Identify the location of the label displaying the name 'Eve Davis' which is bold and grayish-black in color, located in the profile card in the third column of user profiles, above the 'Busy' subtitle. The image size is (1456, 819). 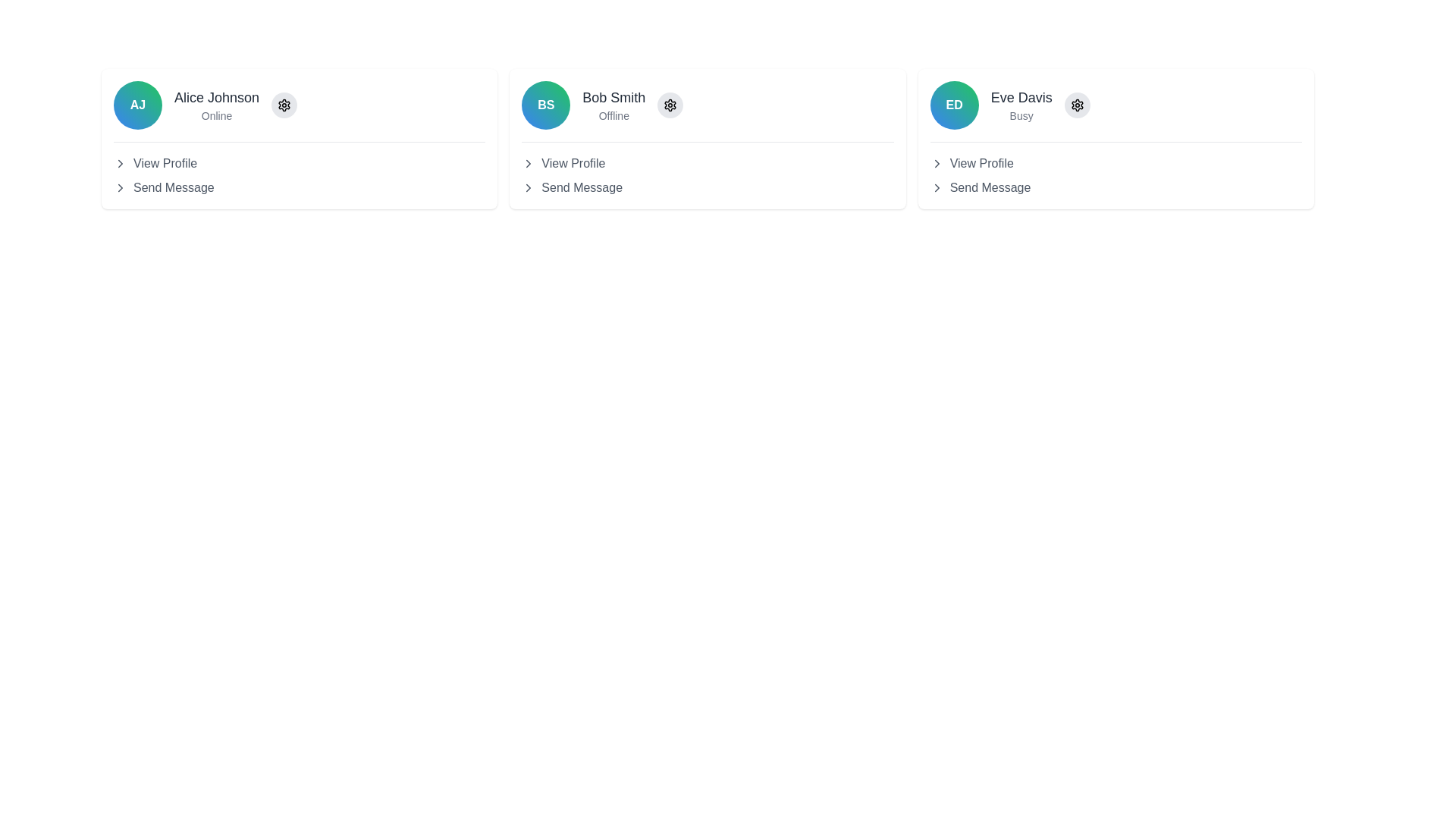
(1021, 97).